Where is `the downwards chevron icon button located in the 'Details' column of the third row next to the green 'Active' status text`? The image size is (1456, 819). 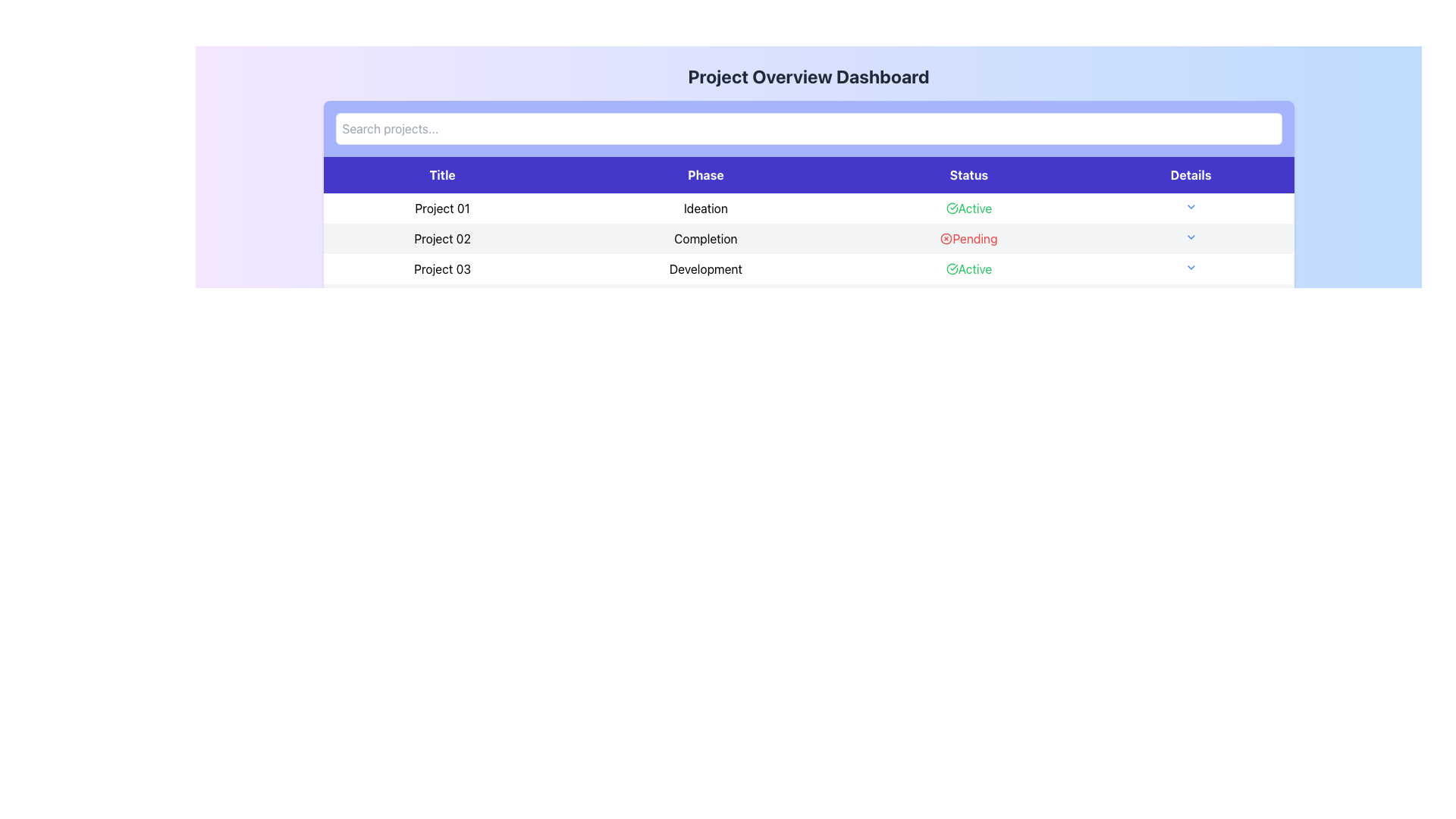
the downwards chevron icon button located in the 'Details' column of the third row next to the green 'Active' status text is located at coordinates (1190, 267).